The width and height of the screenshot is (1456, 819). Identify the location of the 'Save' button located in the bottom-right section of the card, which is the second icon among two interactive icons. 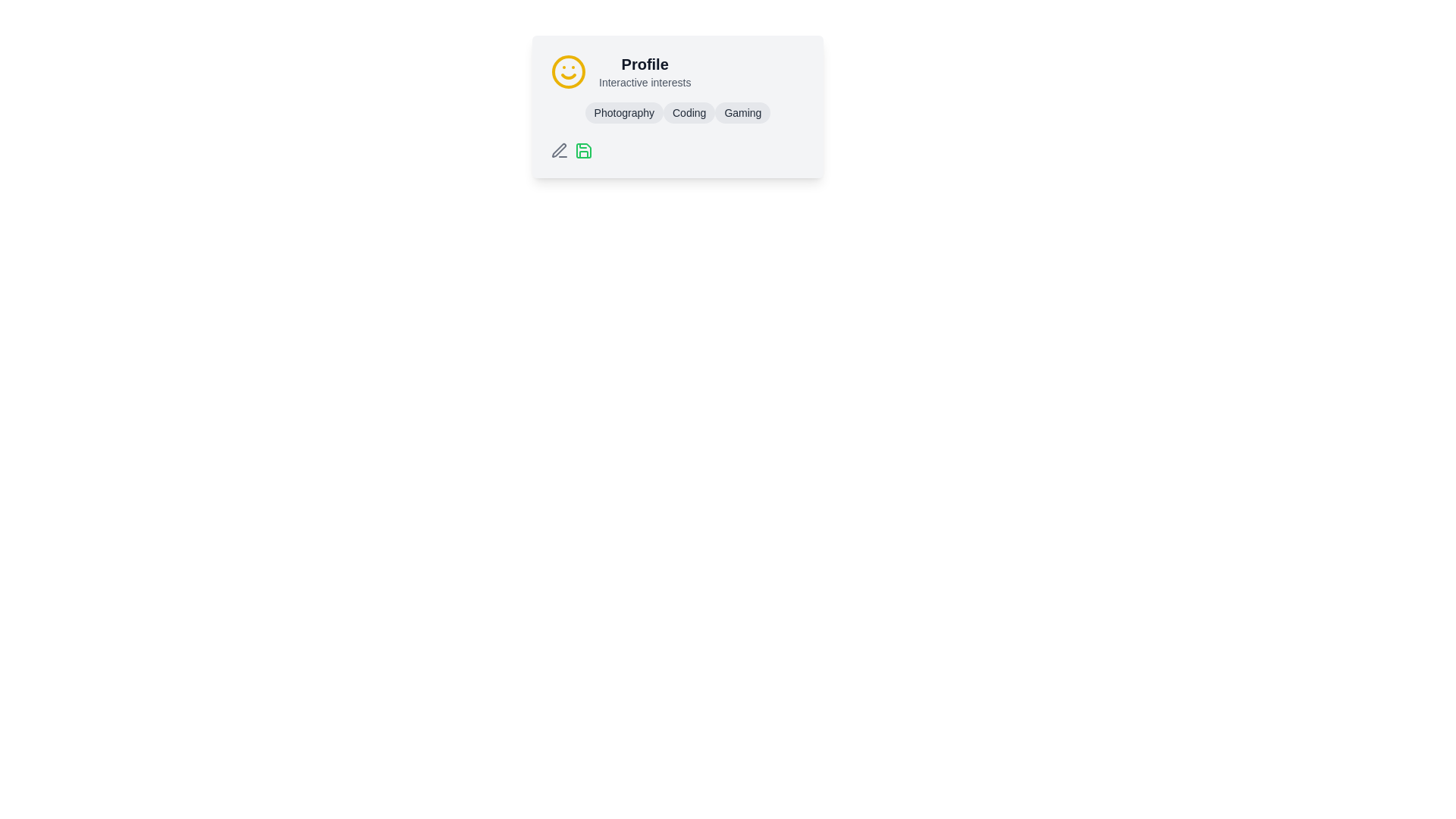
(582, 151).